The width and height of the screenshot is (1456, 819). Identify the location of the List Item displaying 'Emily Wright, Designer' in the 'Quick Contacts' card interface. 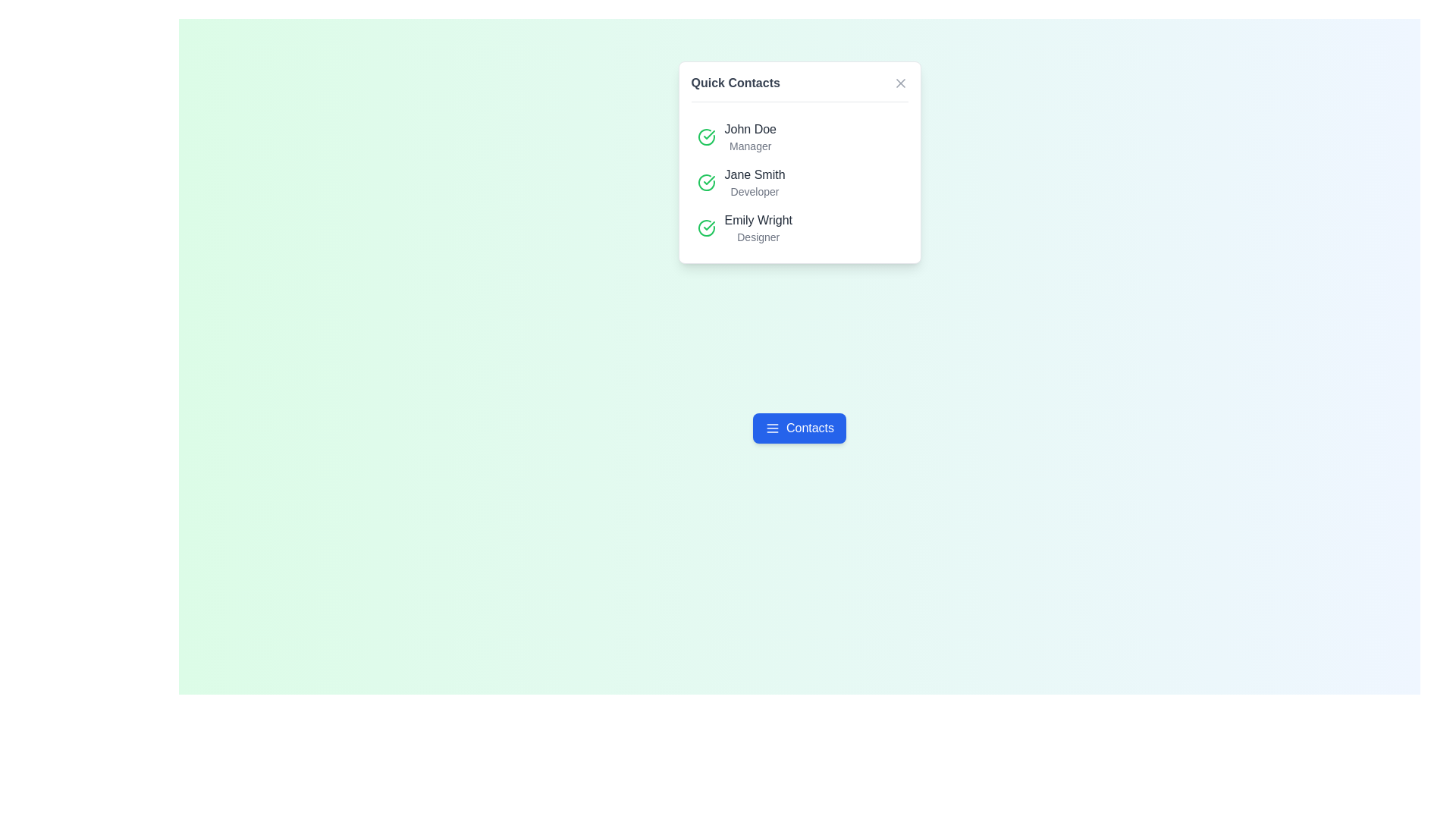
(799, 227).